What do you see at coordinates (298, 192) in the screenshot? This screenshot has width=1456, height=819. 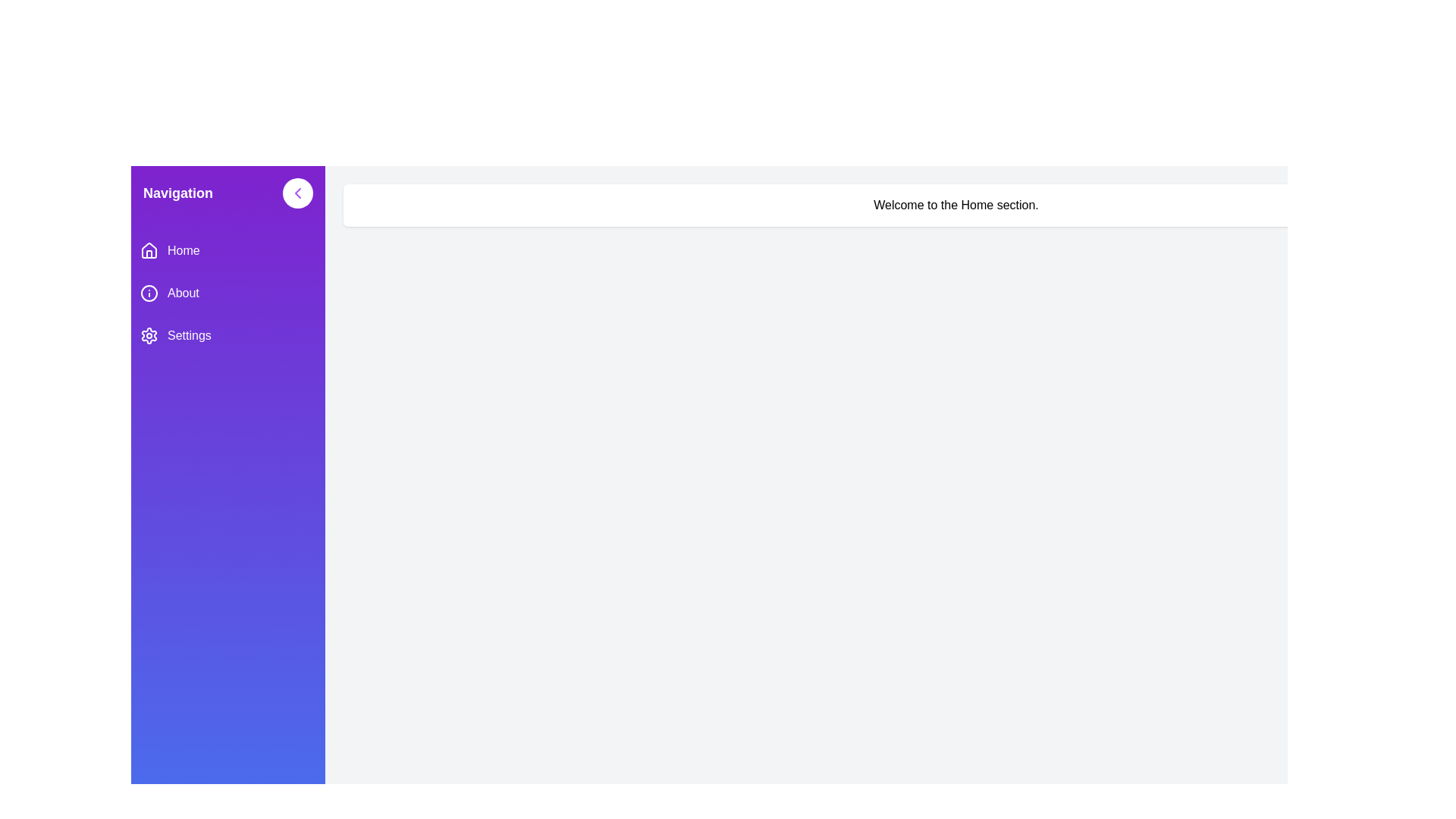 I see `the chevron-arrow icon located in the circular area near the top-left corner of the navigation sidebar` at bounding box center [298, 192].